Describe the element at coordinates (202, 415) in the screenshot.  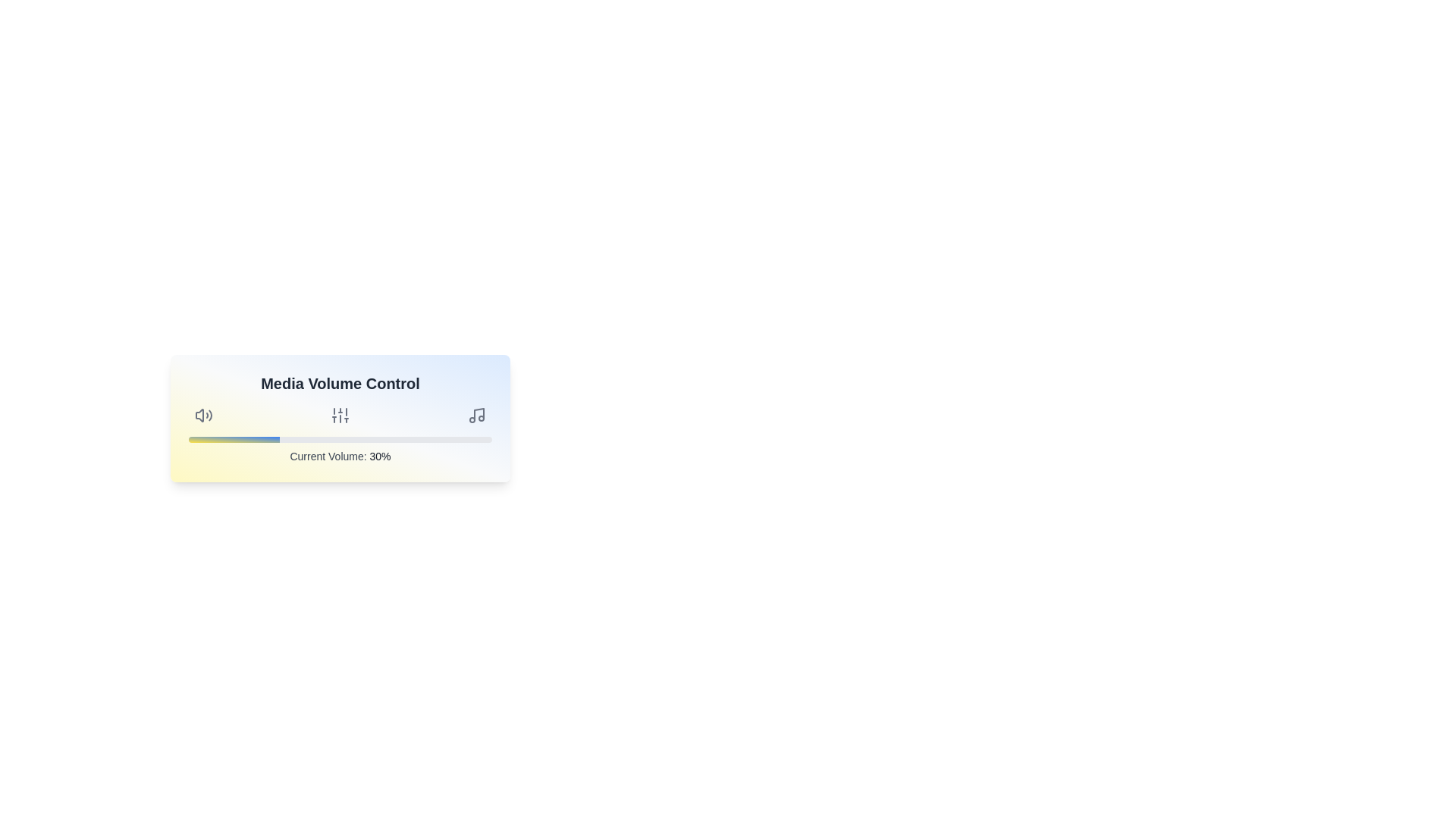
I see `the volume icon represented as a speaker with sound waves, located to the left of the 'Media Volume Control' text` at that location.